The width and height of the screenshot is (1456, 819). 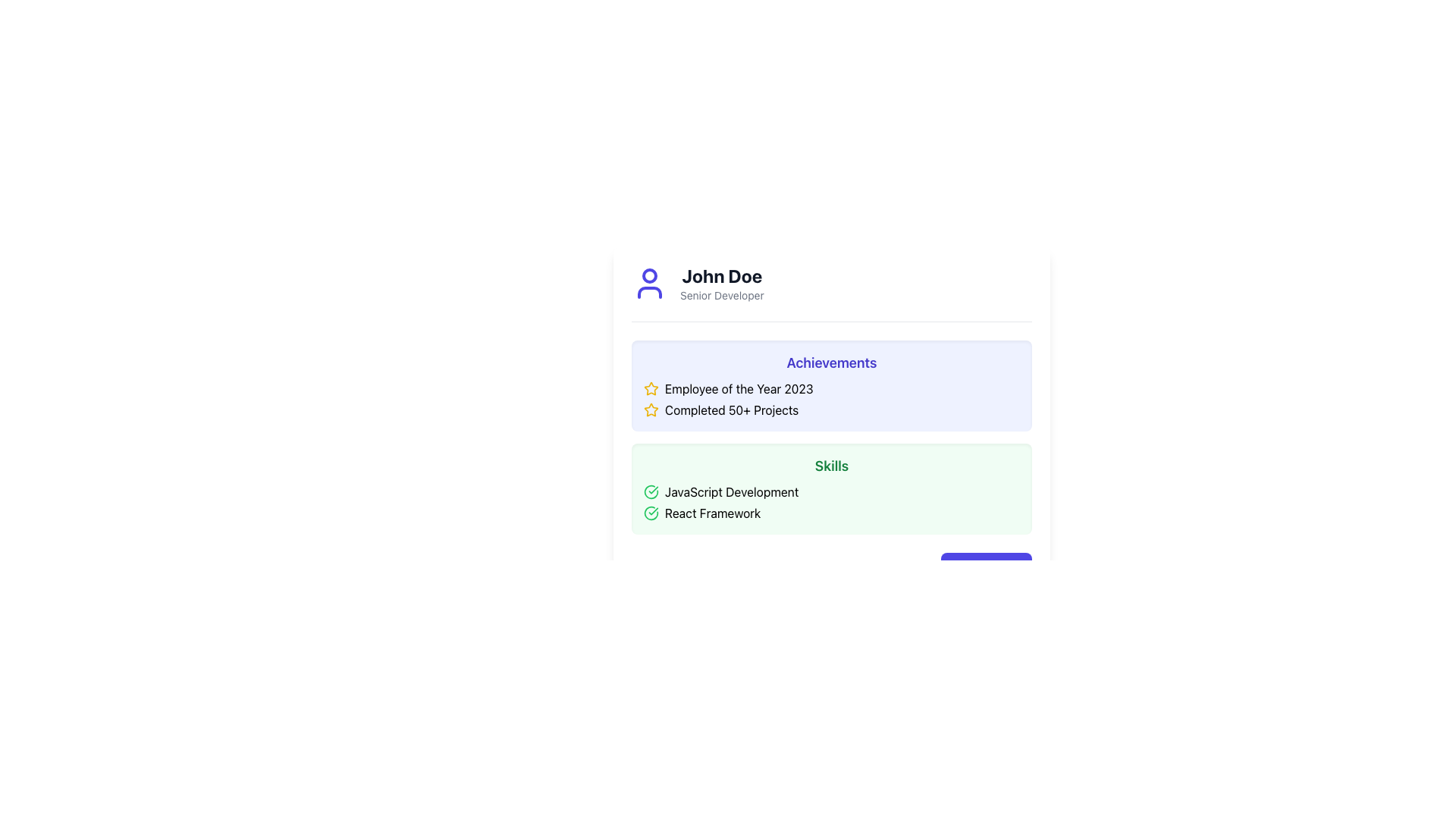 I want to click on the 'React Framework' label in the 'Skills' section, which is the second item in a vertical list under 'JavaScript Development', so click(x=712, y=513).